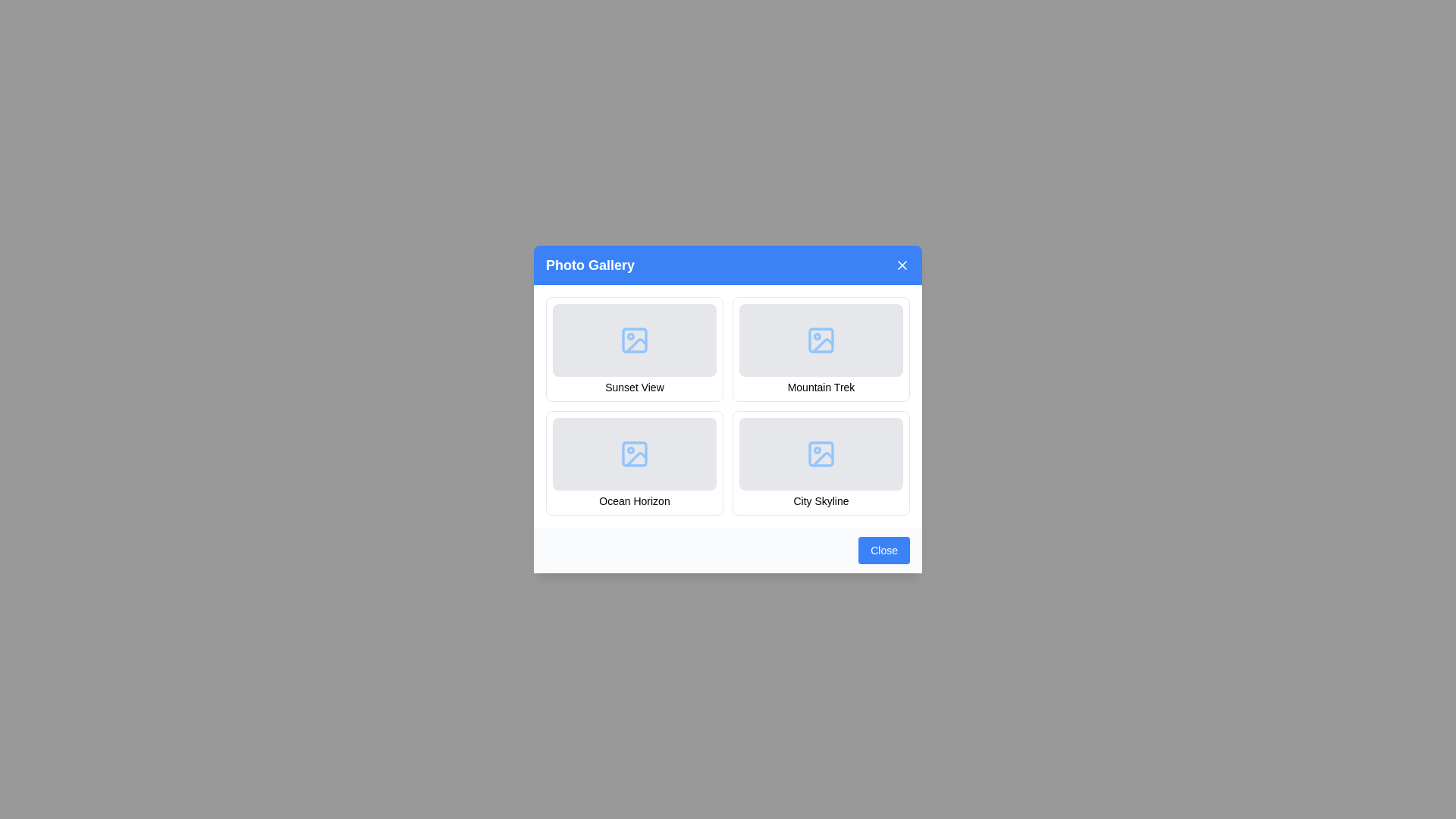 This screenshot has height=819, width=1456. I want to click on the close button located in the bottom-right corner of the modal window, so click(884, 550).